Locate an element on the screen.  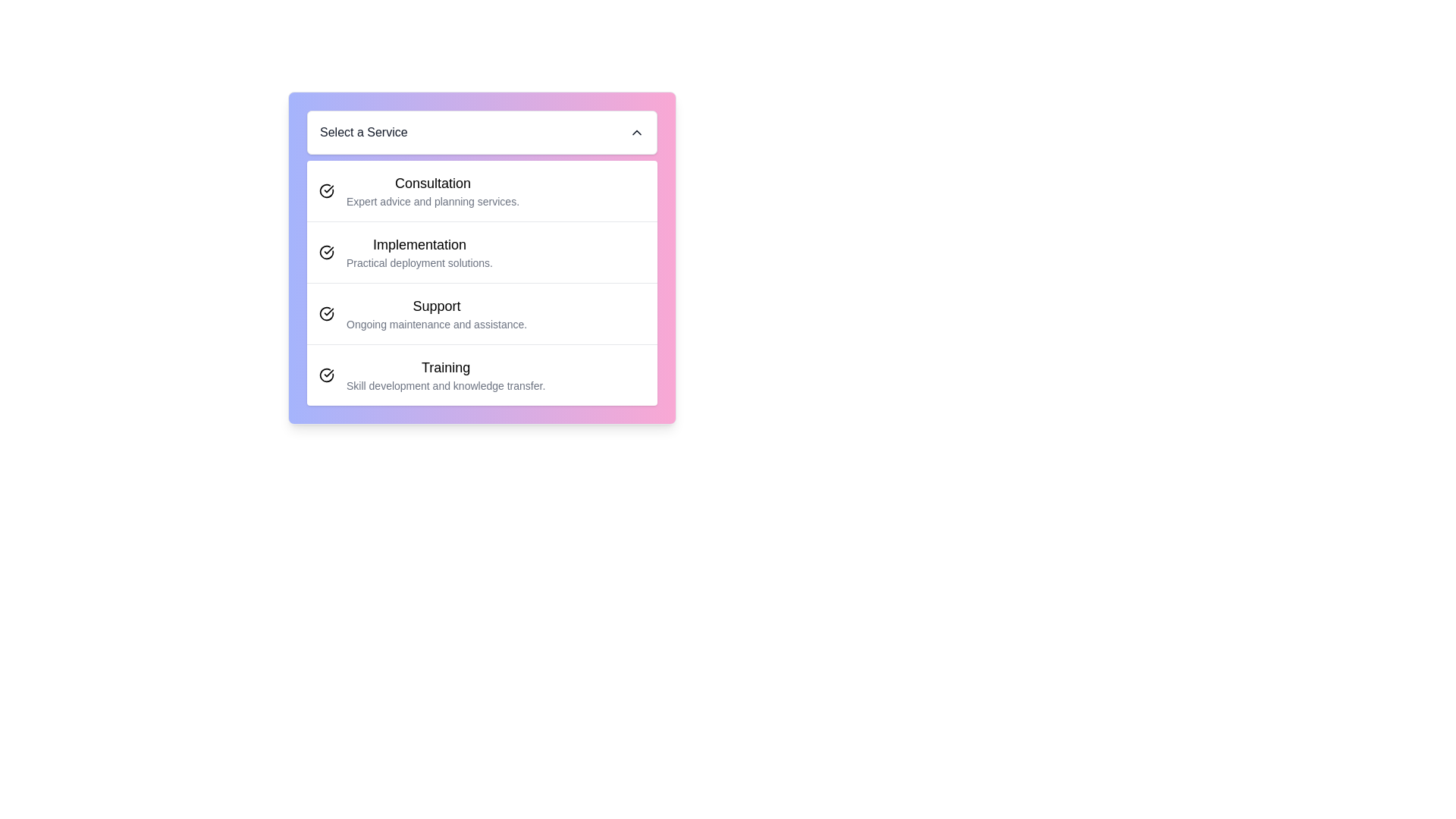
the header text or label within the list item that is positioned second under 'Select a Service', directly above 'Practical deployment solutions' and below 'Consultation' is located at coordinates (419, 244).